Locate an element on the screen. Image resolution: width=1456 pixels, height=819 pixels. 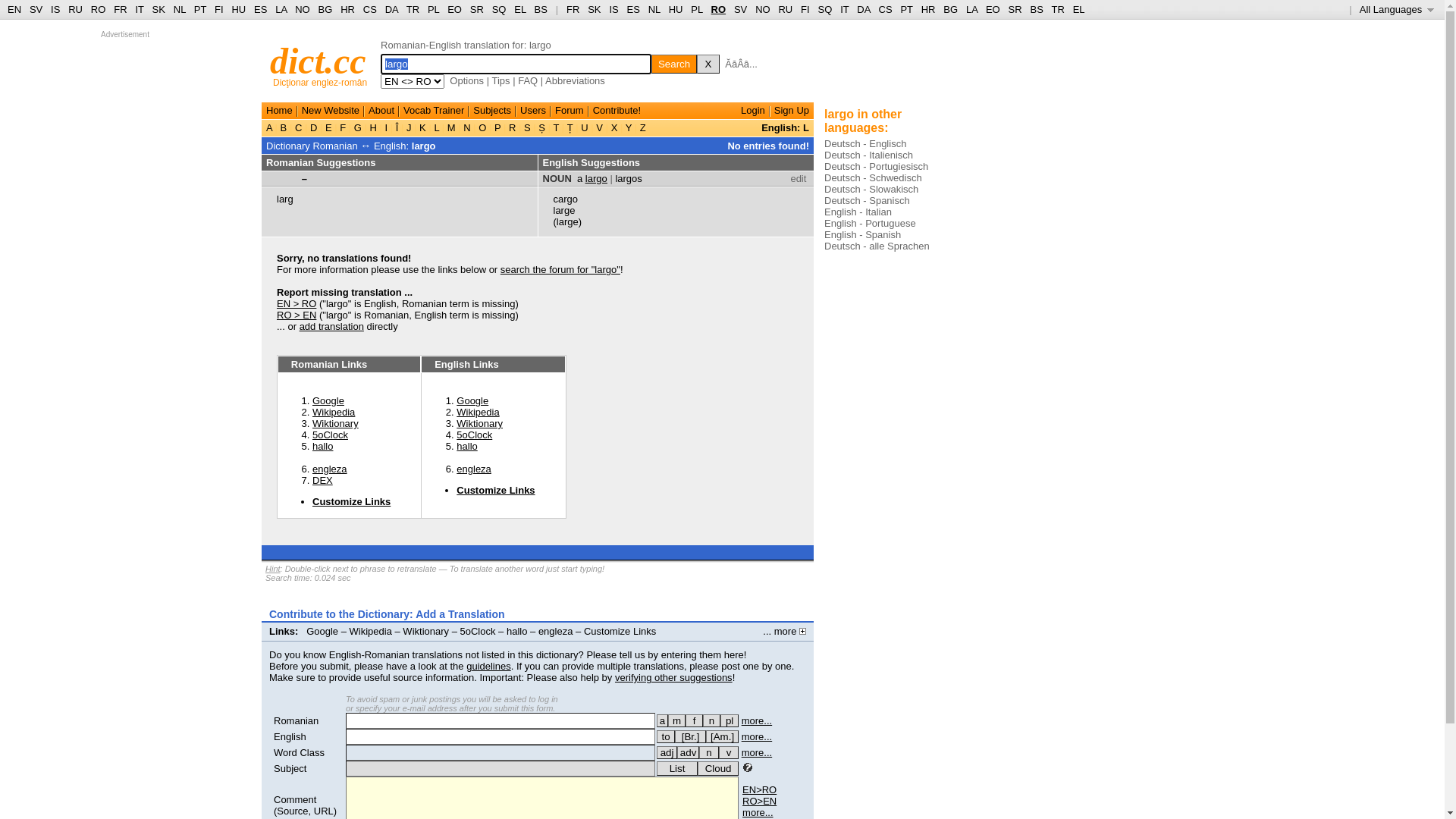
'verifying other suggestions' is located at coordinates (673, 676).